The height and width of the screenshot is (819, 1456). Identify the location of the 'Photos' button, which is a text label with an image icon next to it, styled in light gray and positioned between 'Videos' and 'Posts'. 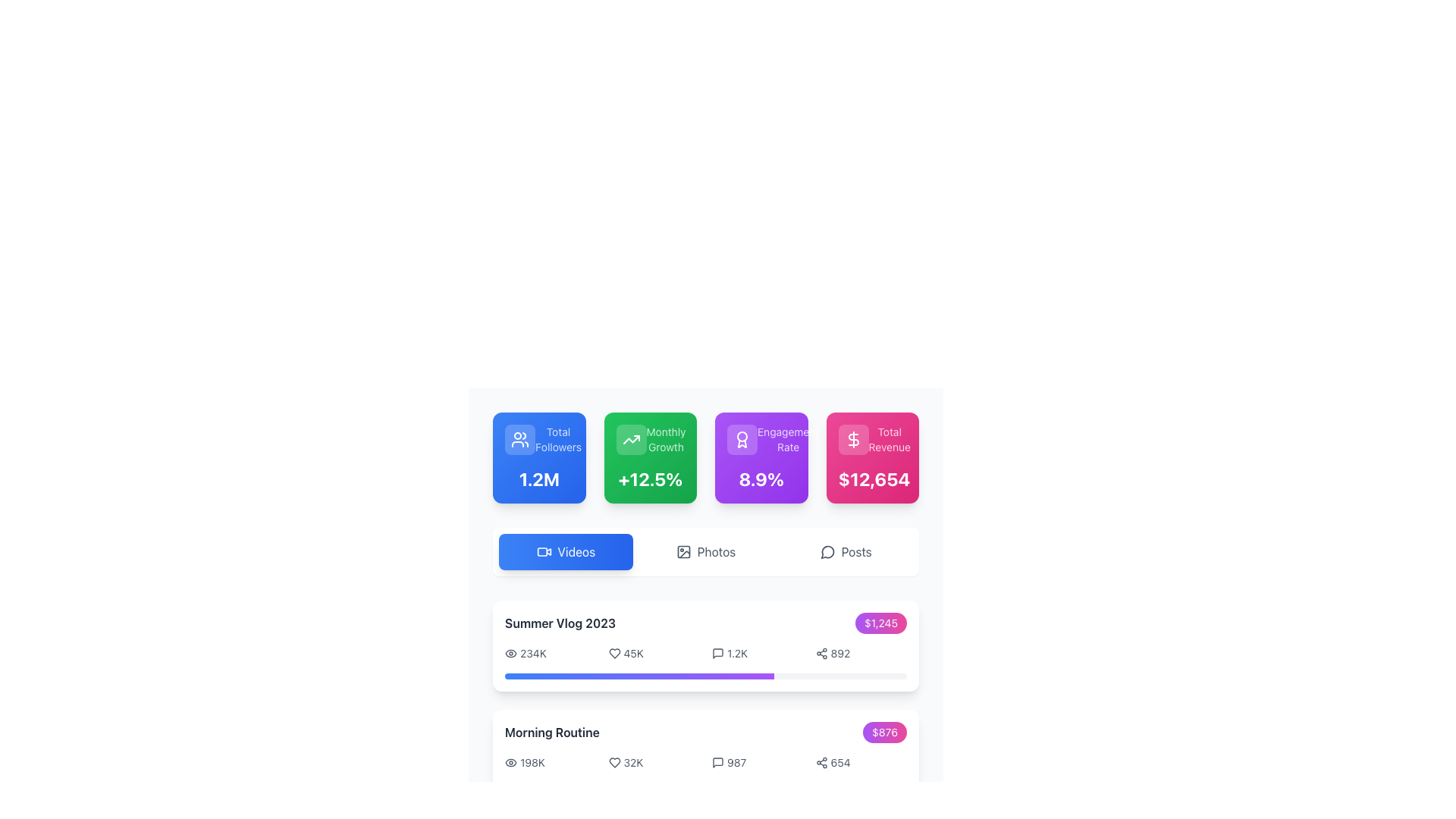
(705, 552).